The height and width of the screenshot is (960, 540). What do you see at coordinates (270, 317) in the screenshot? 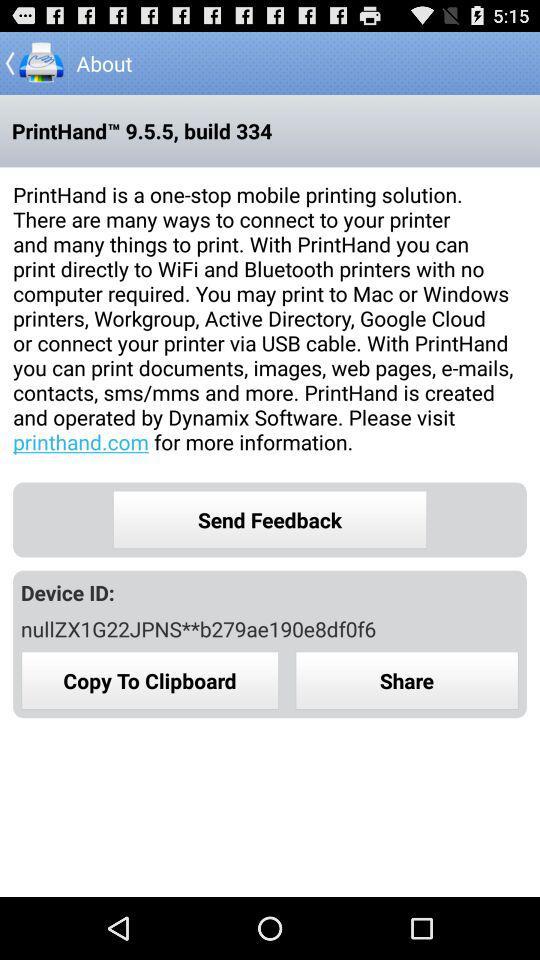
I see `printhand is a icon` at bounding box center [270, 317].